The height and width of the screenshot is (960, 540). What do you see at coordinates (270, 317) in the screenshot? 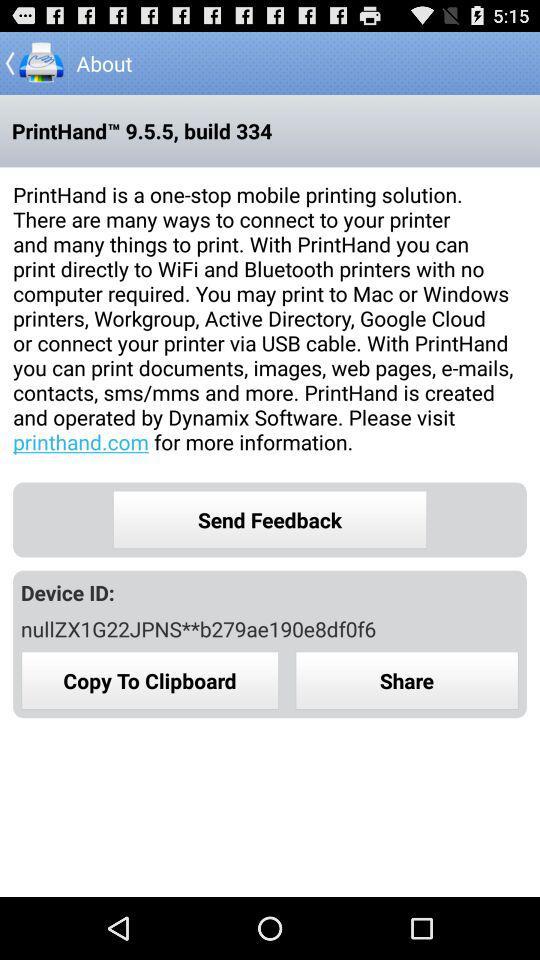
I see `printhand is a icon` at bounding box center [270, 317].